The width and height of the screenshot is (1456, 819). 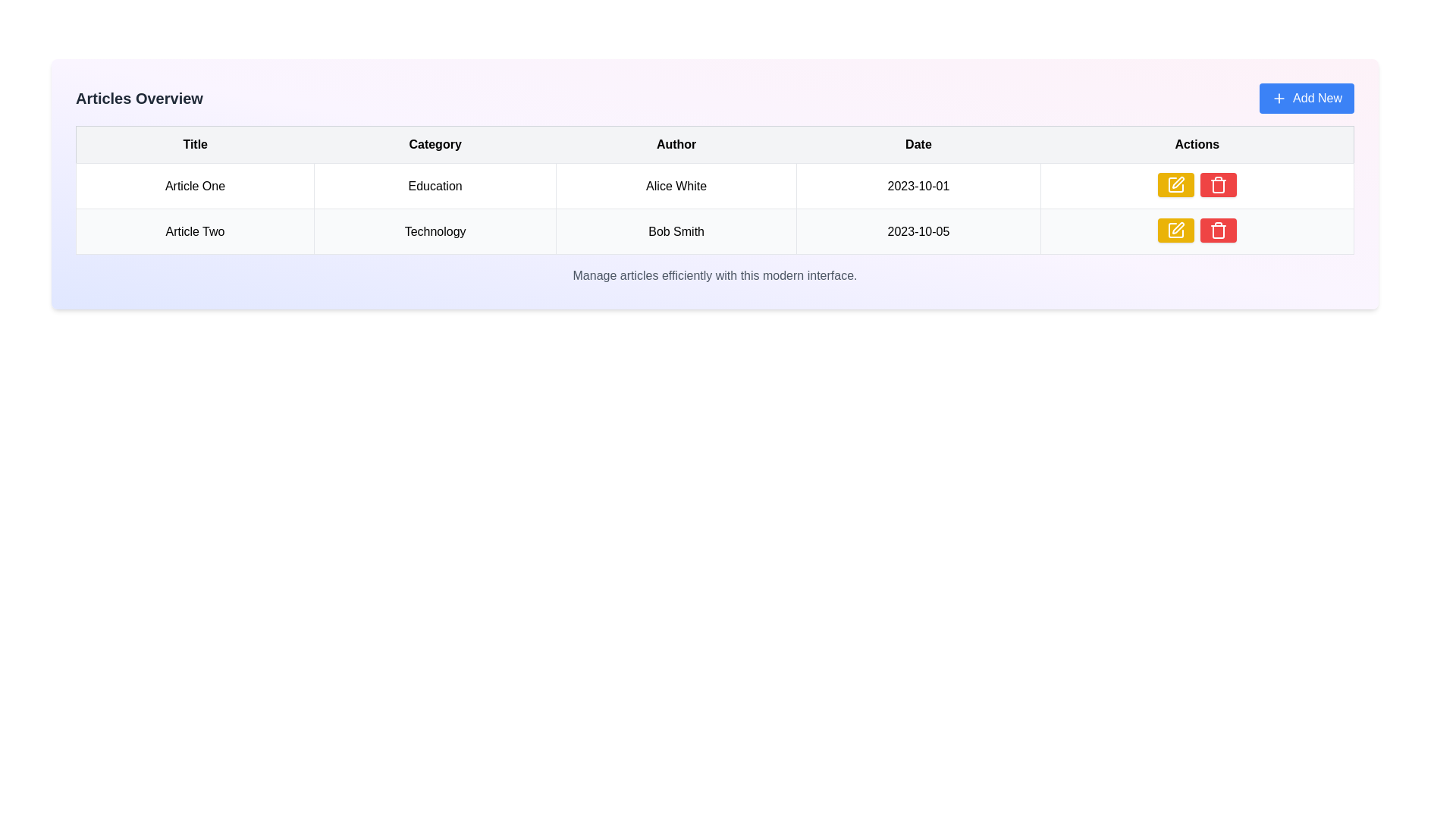 What do you see at coordinates (1175, 184) in the screenshot?
I see `the yellow button with a pen-like icon in the second row of the 'Actions' column` at bounding box center [1175, 184].